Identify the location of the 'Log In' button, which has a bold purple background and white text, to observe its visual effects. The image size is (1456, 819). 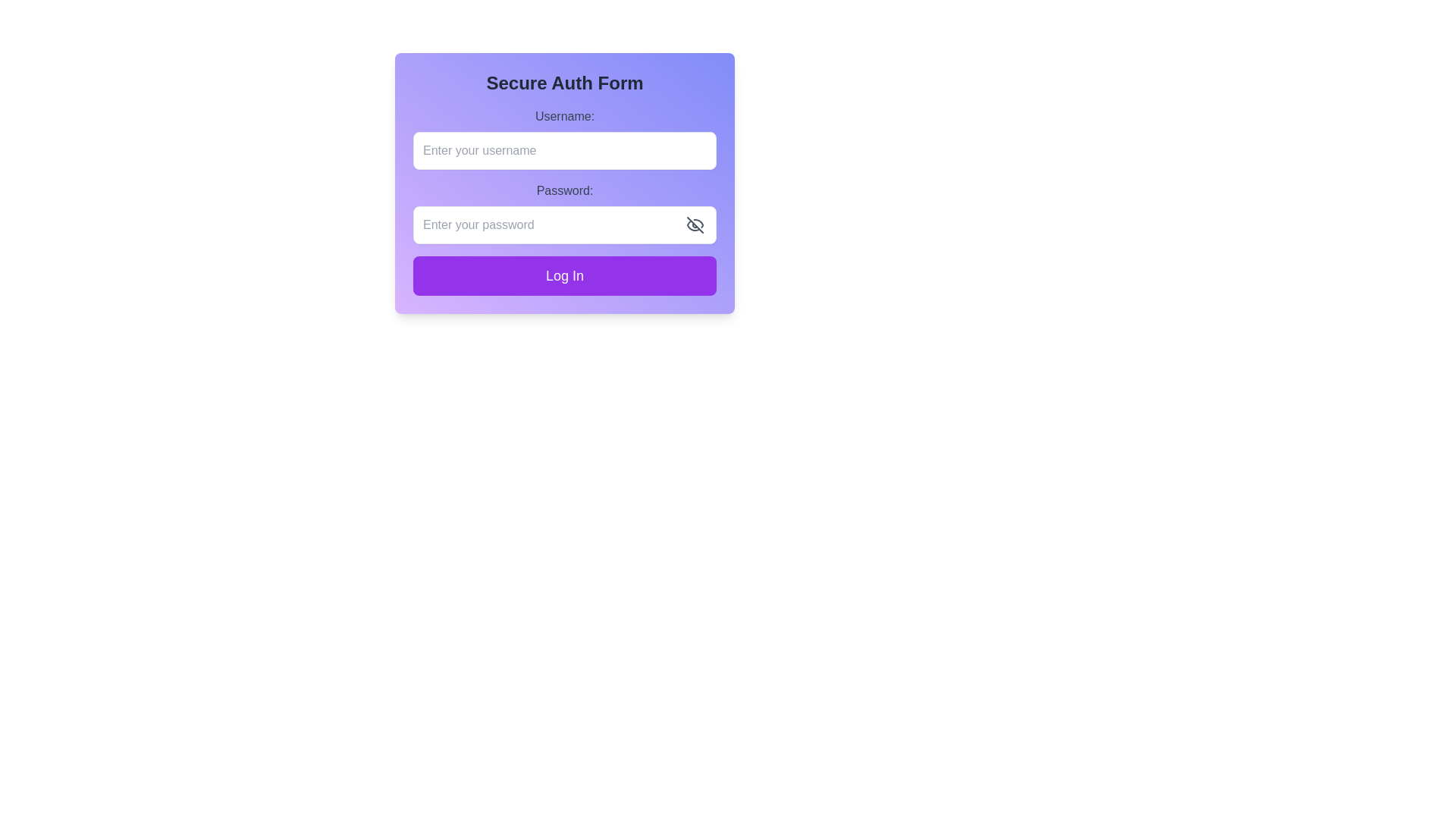
(563, 275).